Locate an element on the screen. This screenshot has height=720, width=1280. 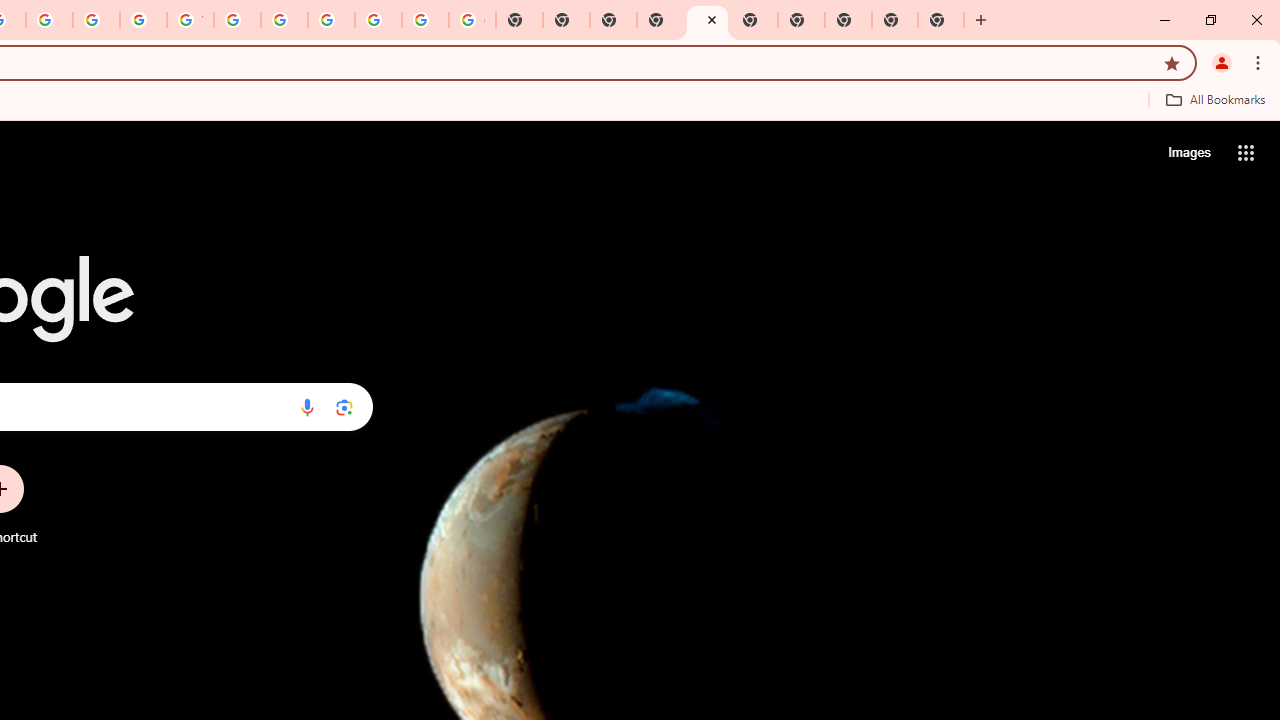
'Search for Images ' is located at coordinates (1189, 152).